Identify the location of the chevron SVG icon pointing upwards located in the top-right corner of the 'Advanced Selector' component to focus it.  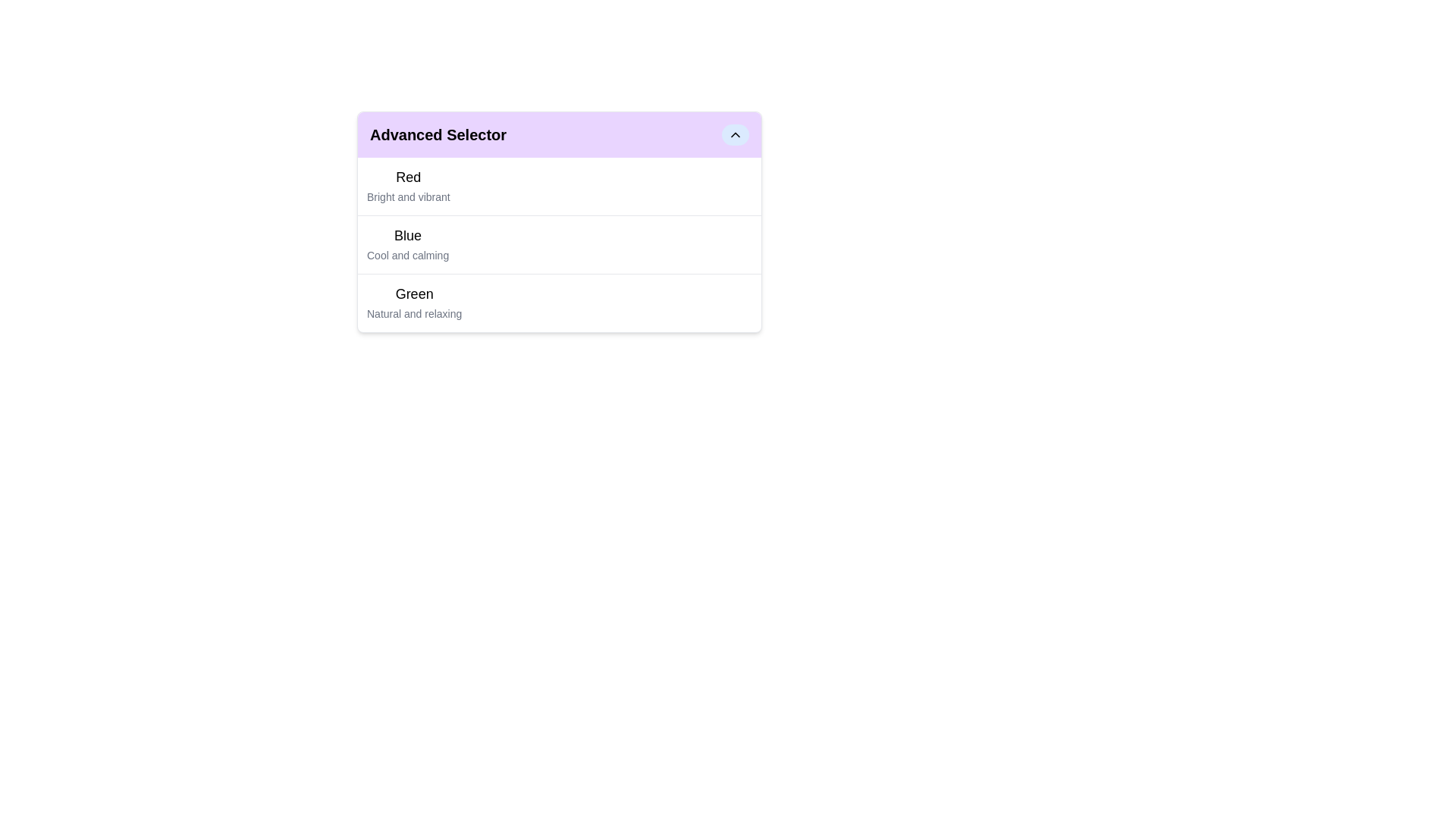
(735, 133).